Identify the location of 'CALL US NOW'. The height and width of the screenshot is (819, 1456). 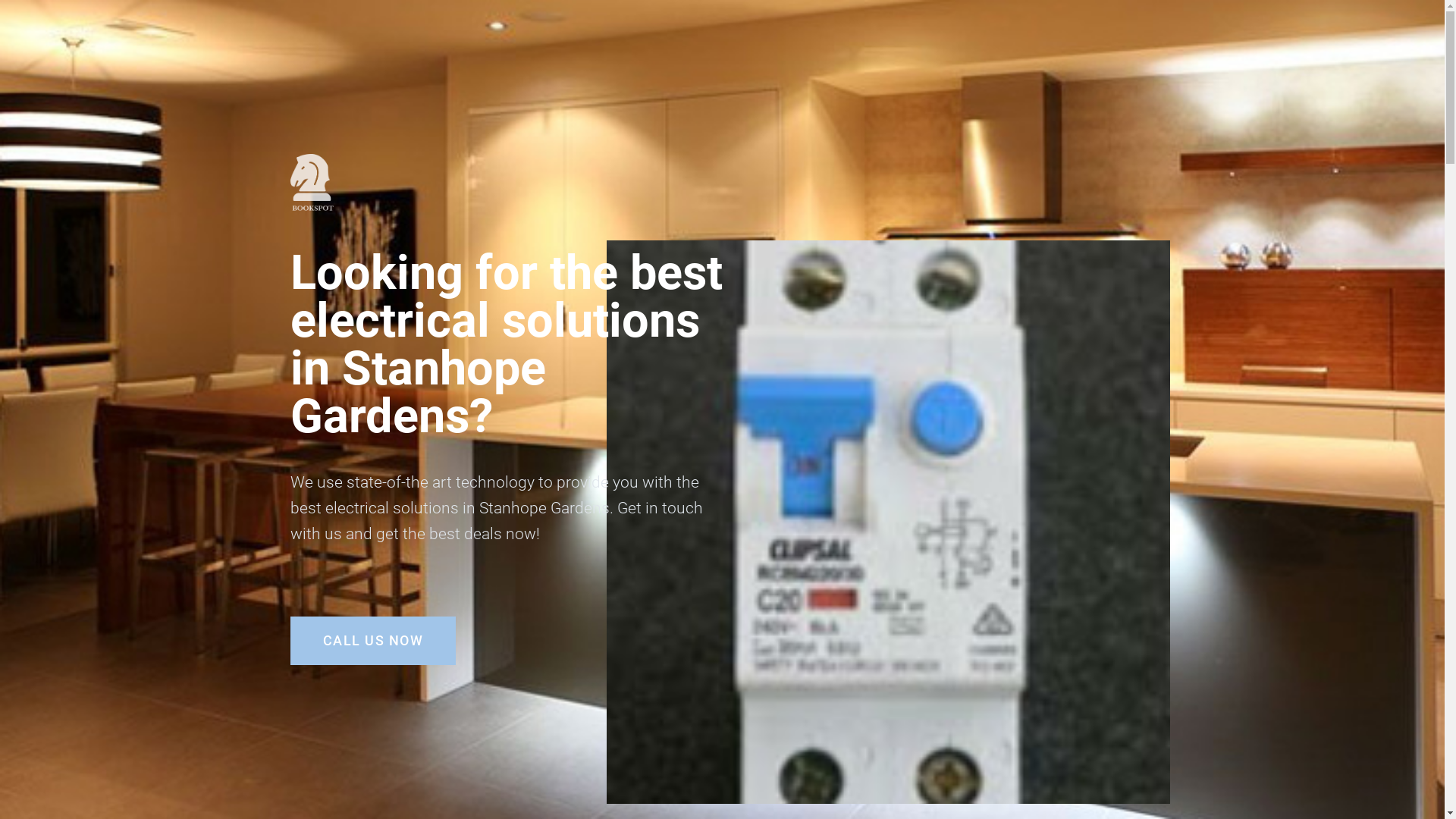
(372, 640).